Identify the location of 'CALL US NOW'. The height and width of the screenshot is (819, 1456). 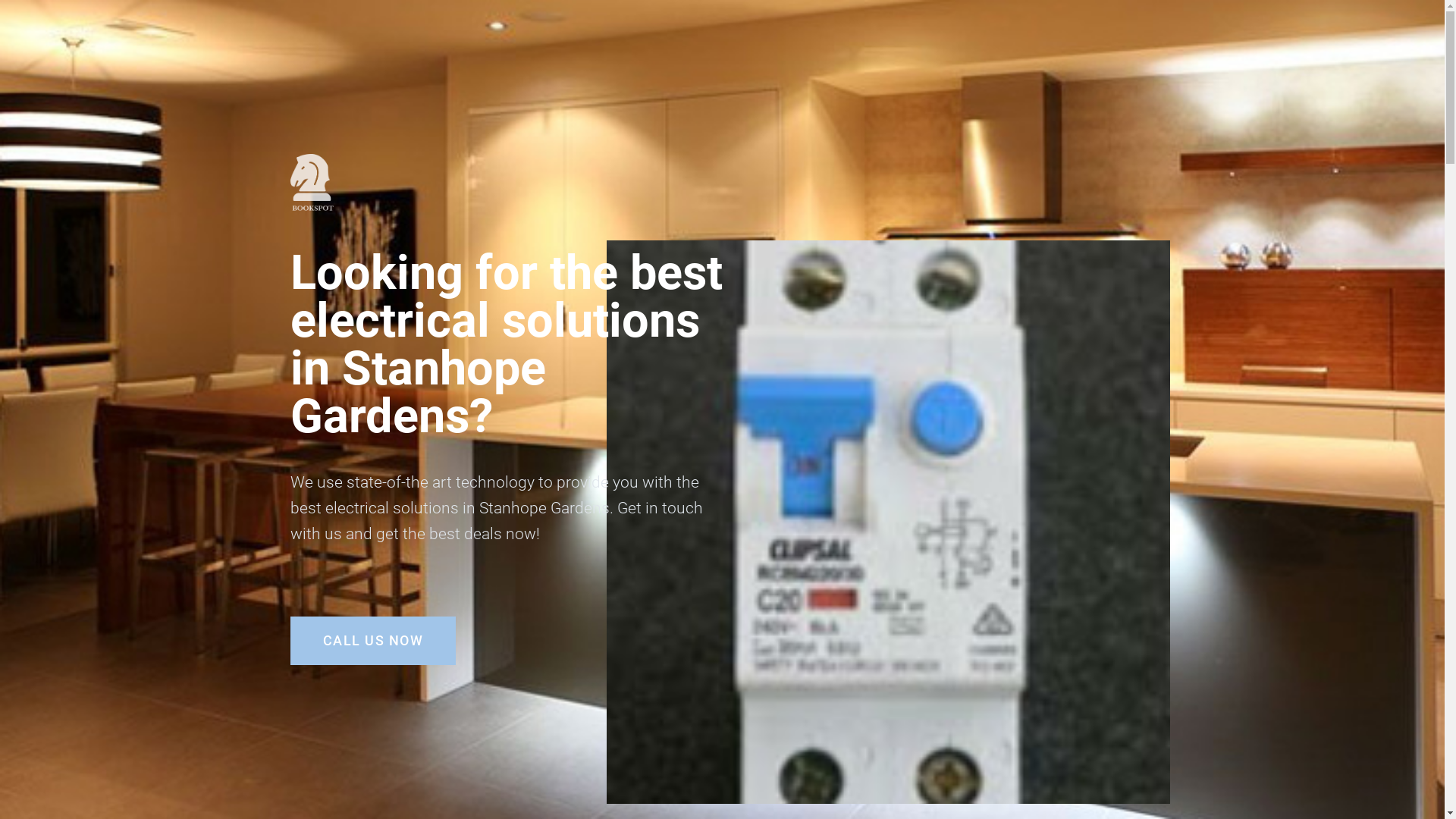
(372, 640).